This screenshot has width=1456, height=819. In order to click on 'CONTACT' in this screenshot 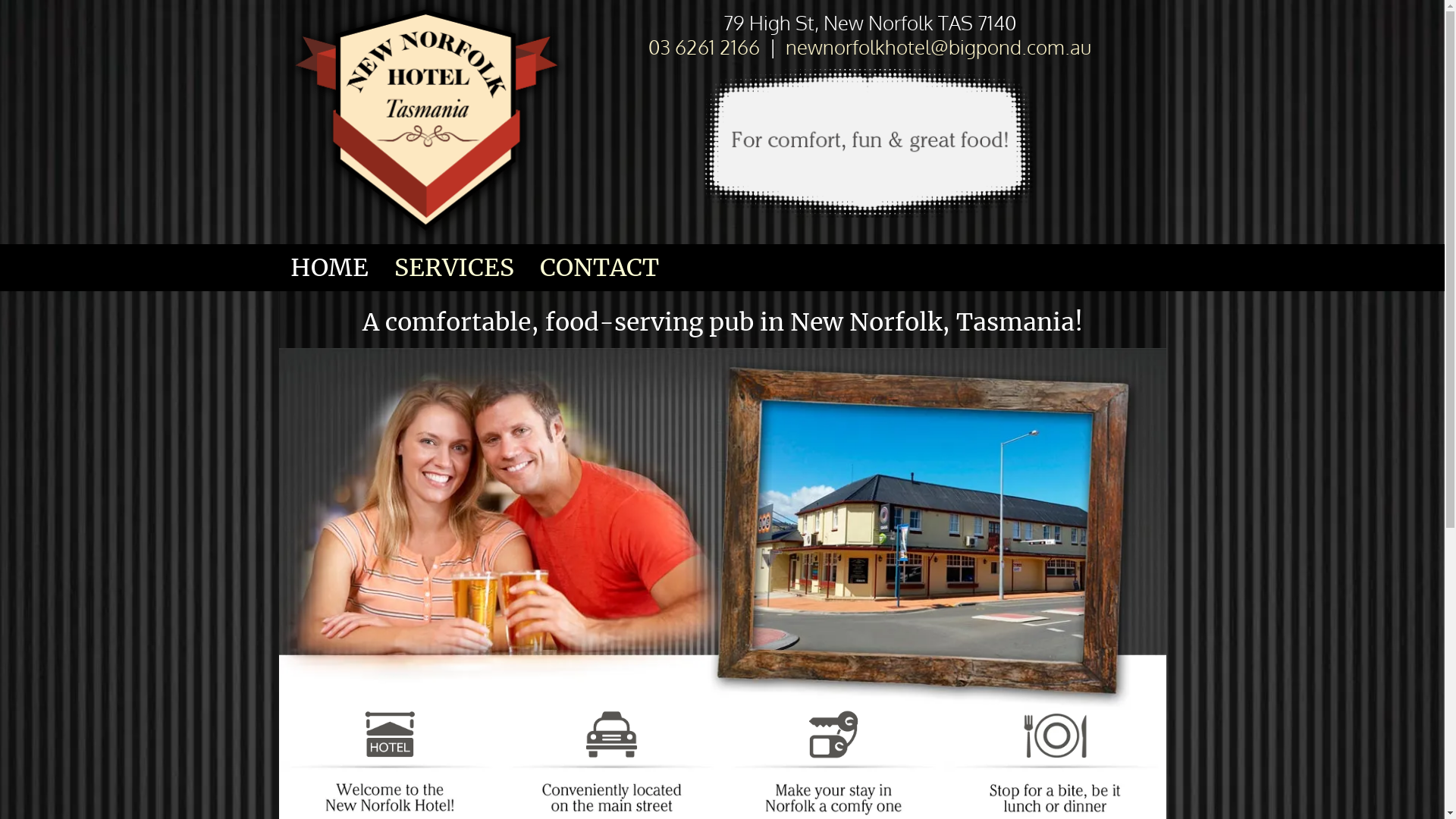, I will do `click(598, 267)`.